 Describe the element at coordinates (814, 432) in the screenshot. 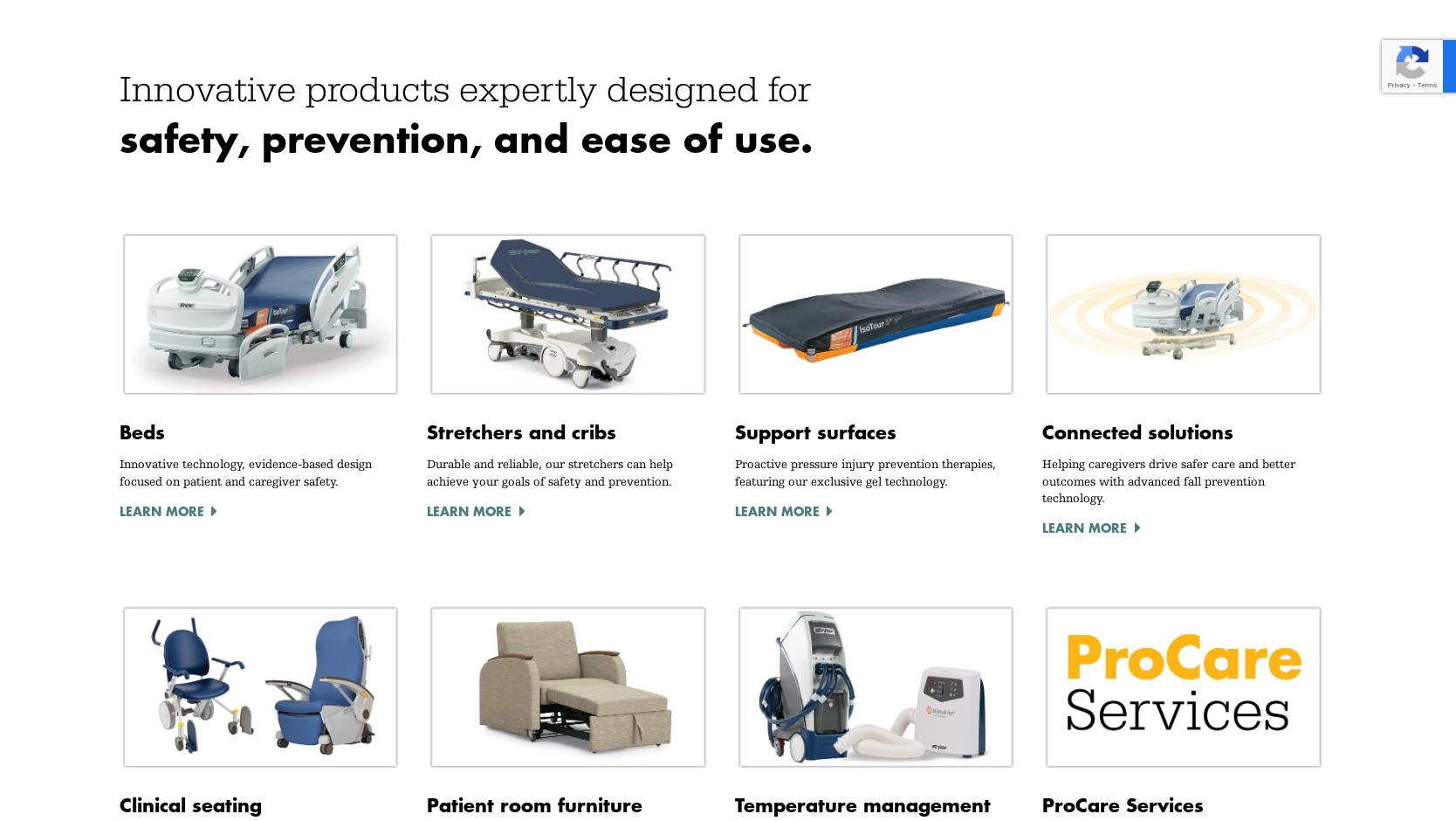

I see `'Support surfaces'` at that location.